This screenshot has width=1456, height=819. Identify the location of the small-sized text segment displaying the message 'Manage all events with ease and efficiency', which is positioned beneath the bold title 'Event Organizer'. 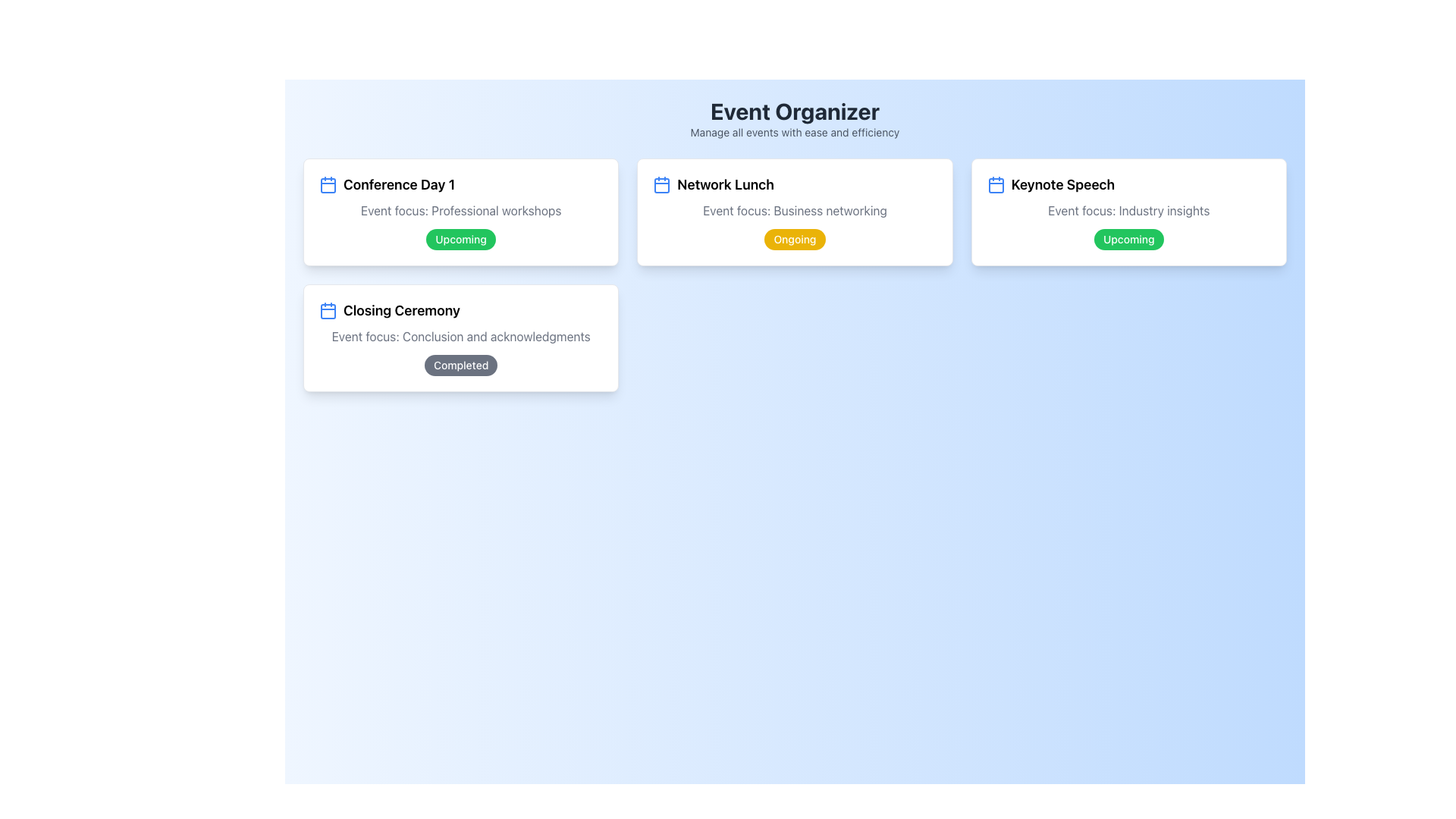
(794, 131).